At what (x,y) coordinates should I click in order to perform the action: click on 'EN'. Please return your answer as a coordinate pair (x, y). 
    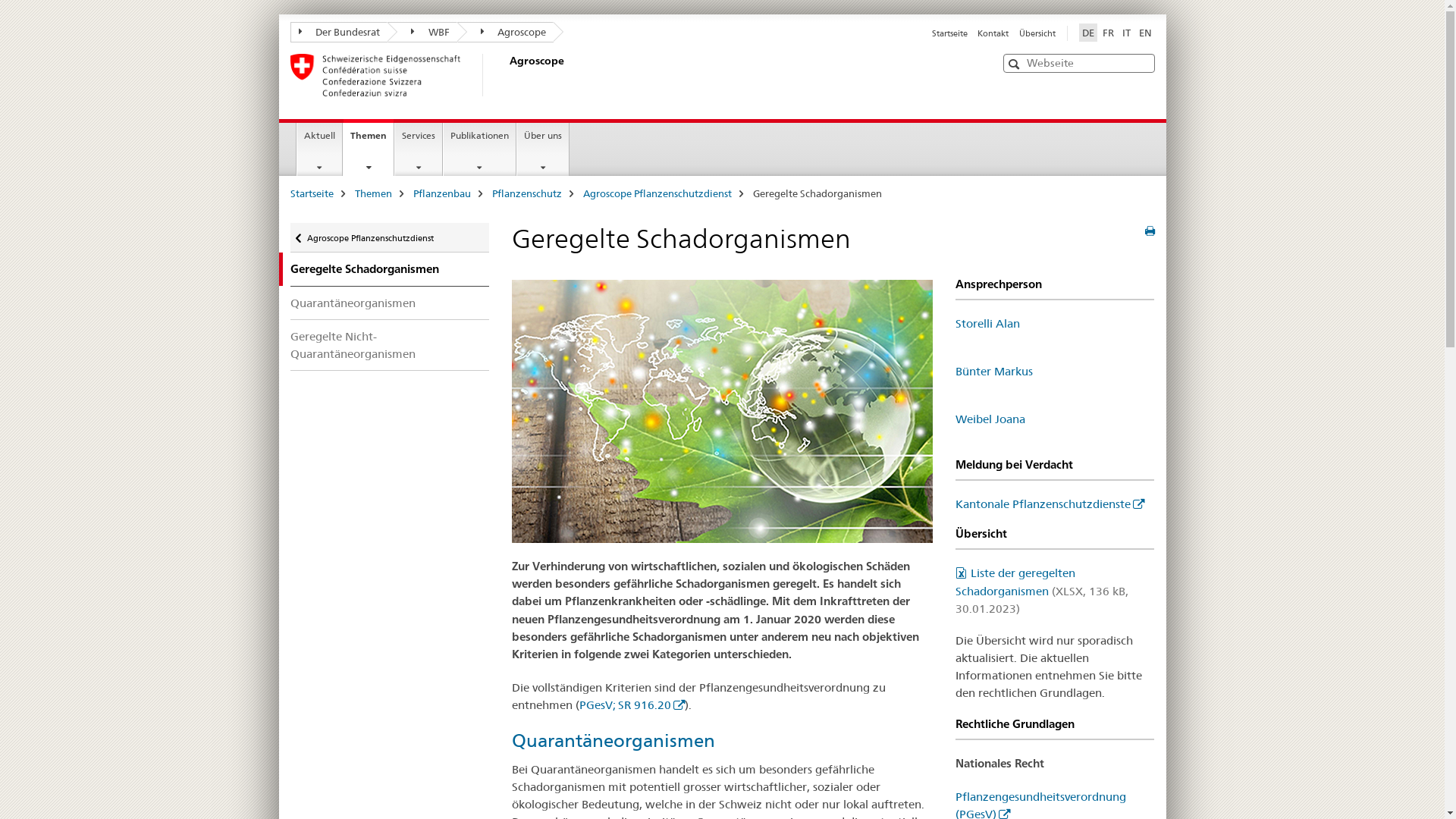
    Looking at the image, I should click on (1145, 32).